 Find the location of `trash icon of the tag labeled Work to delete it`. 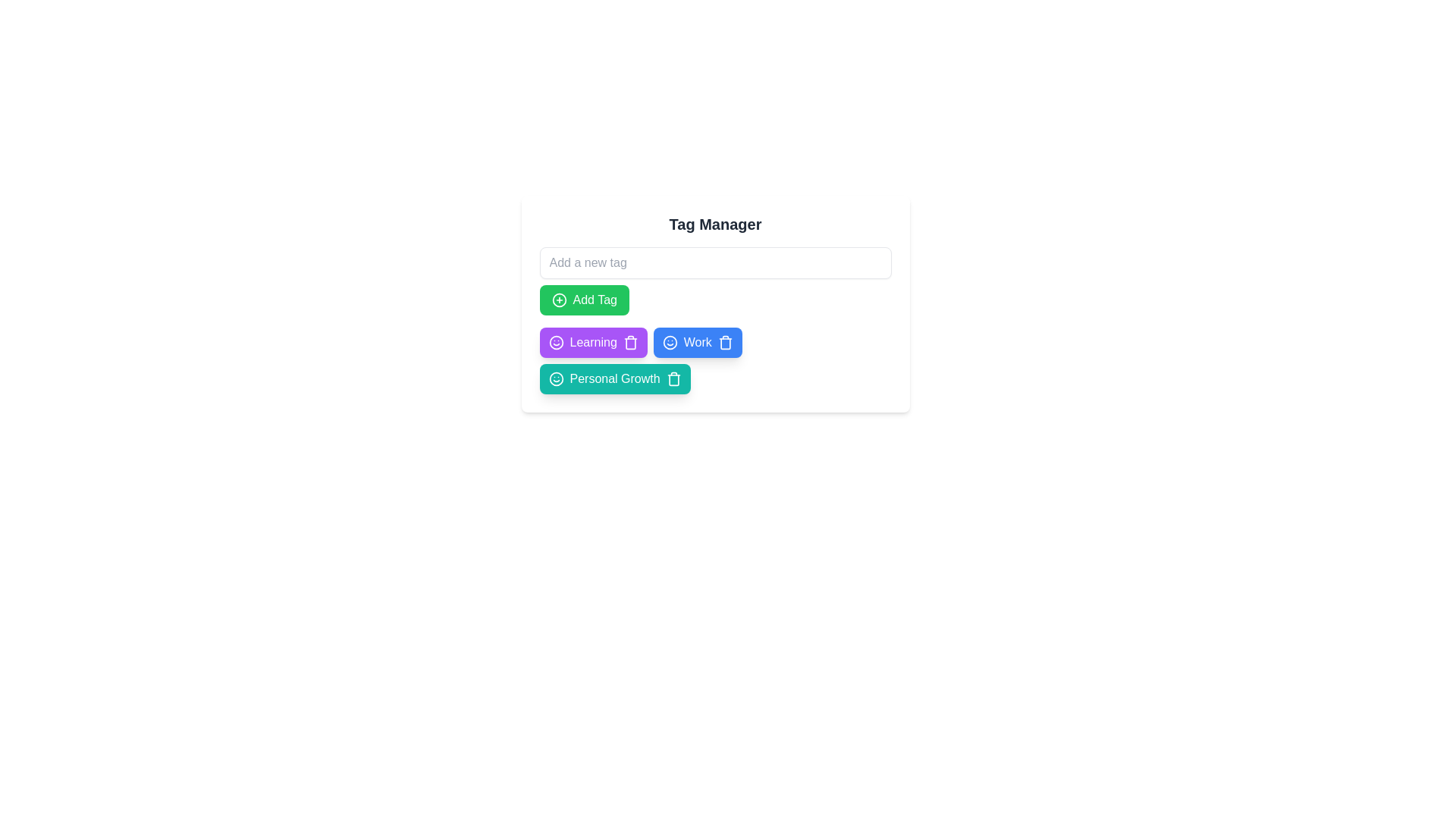

trash icon of the tag labeled Work to delete it is located at coordinates (724, 342).